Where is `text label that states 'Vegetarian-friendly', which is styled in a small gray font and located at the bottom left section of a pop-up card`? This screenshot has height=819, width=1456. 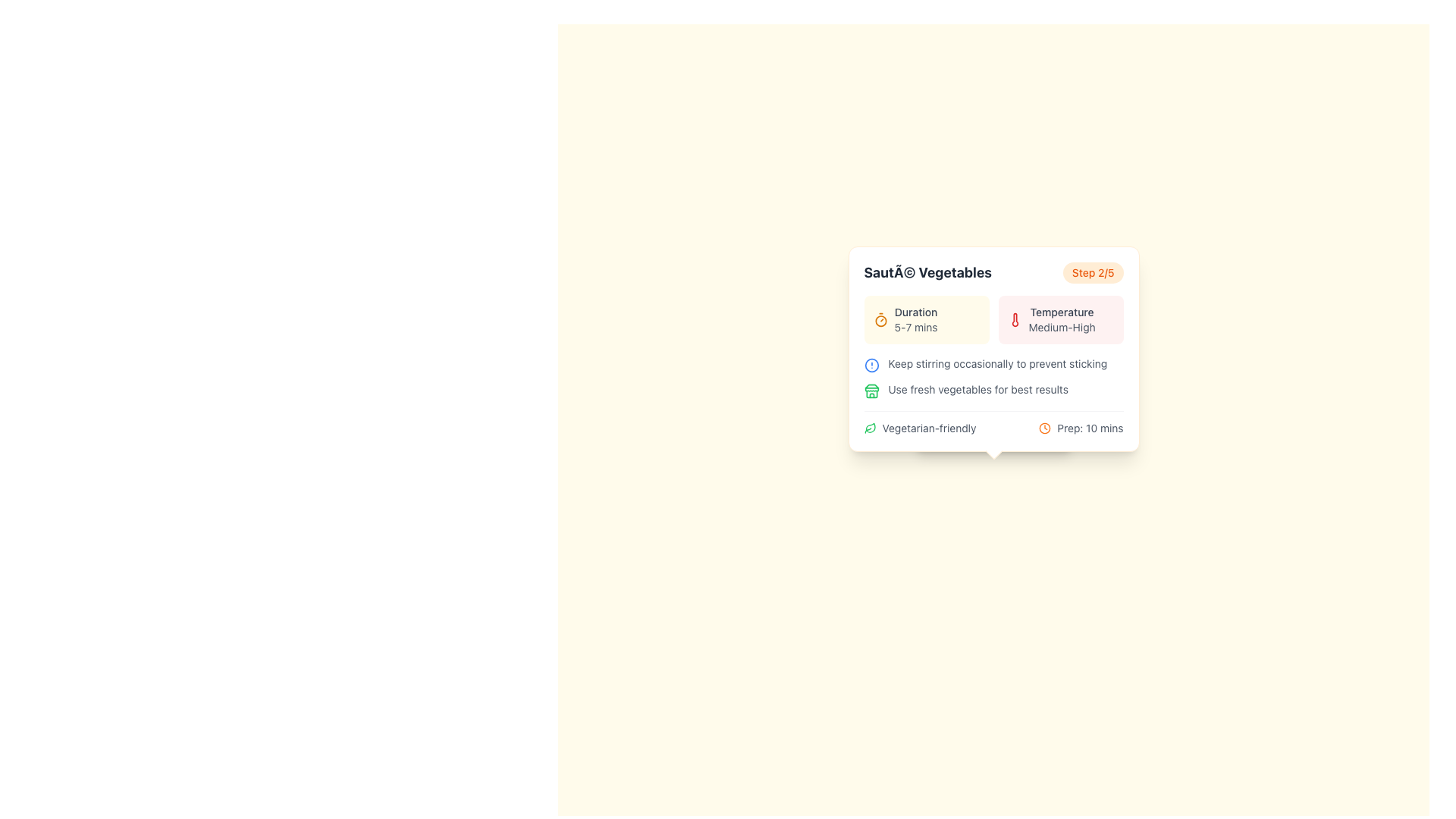 text label that states 'Vegetarian-friendly', which is styled in a small gray font and located at the bottom left section of a pop-up card is located at coordinates (928, 428).